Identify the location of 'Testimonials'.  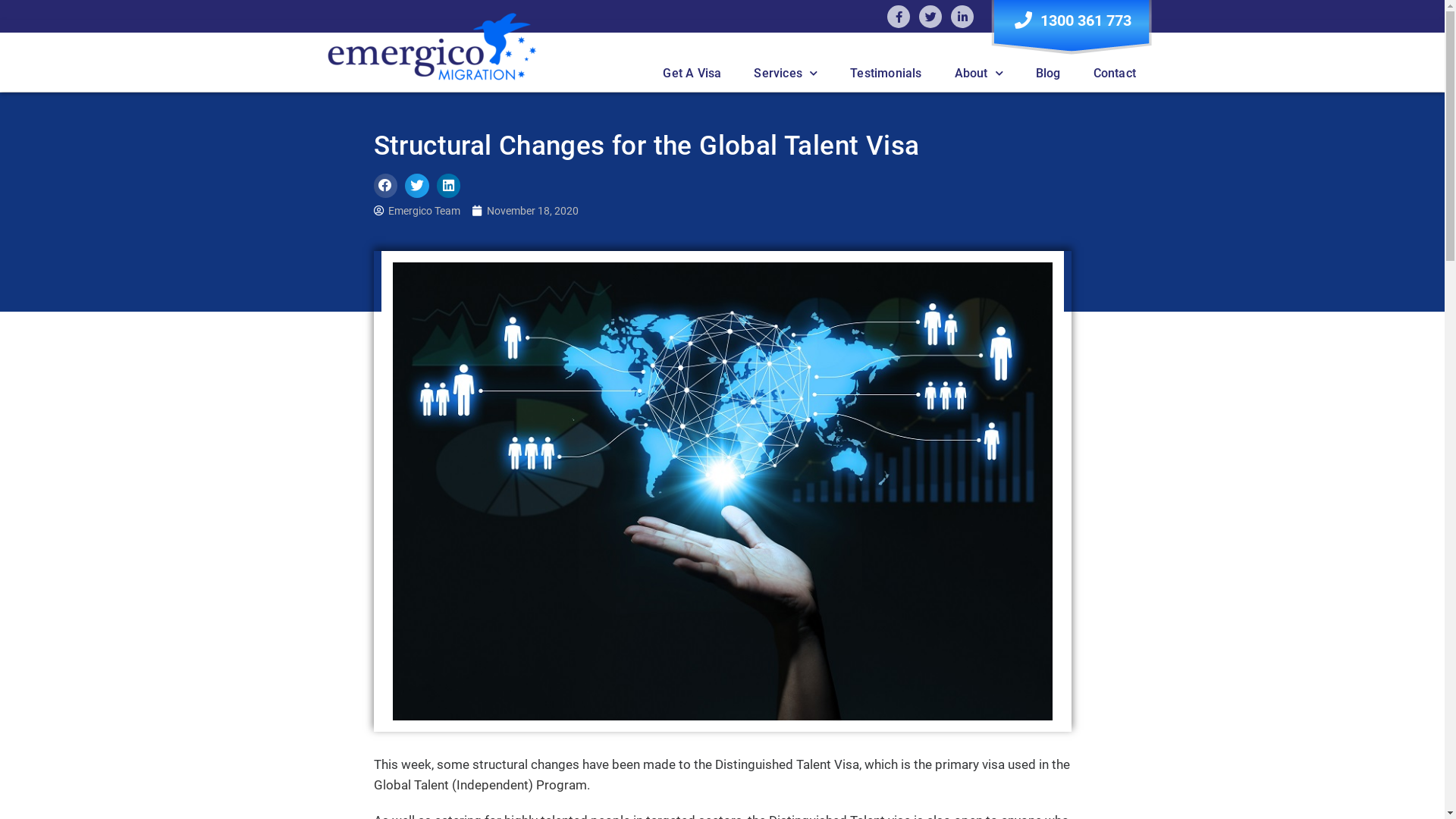
(885, 73).